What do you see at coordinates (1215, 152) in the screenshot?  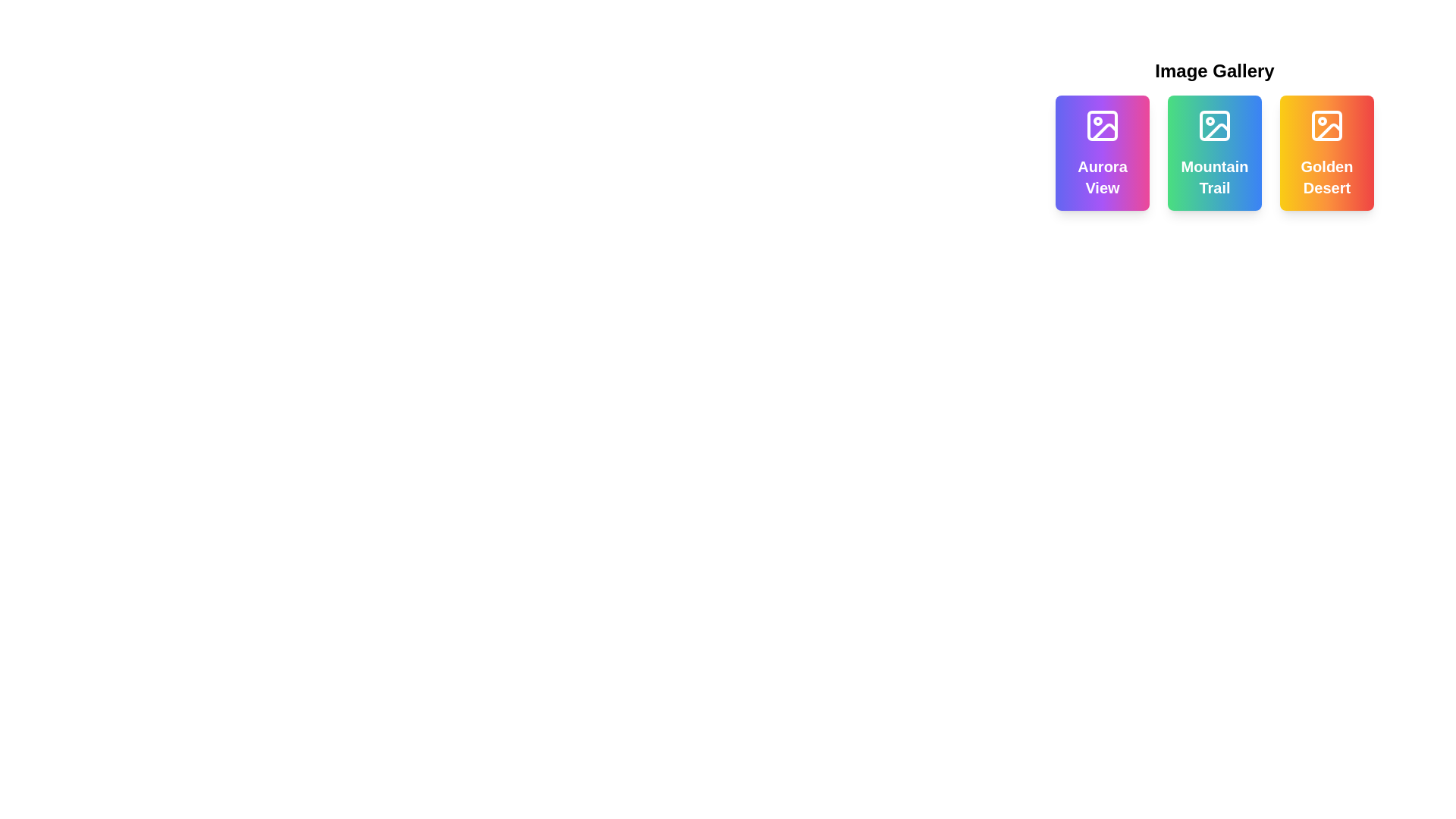 I see `the 'Mountain Trail' tile in the Image Gallery` at bounding box center [1215, 152].